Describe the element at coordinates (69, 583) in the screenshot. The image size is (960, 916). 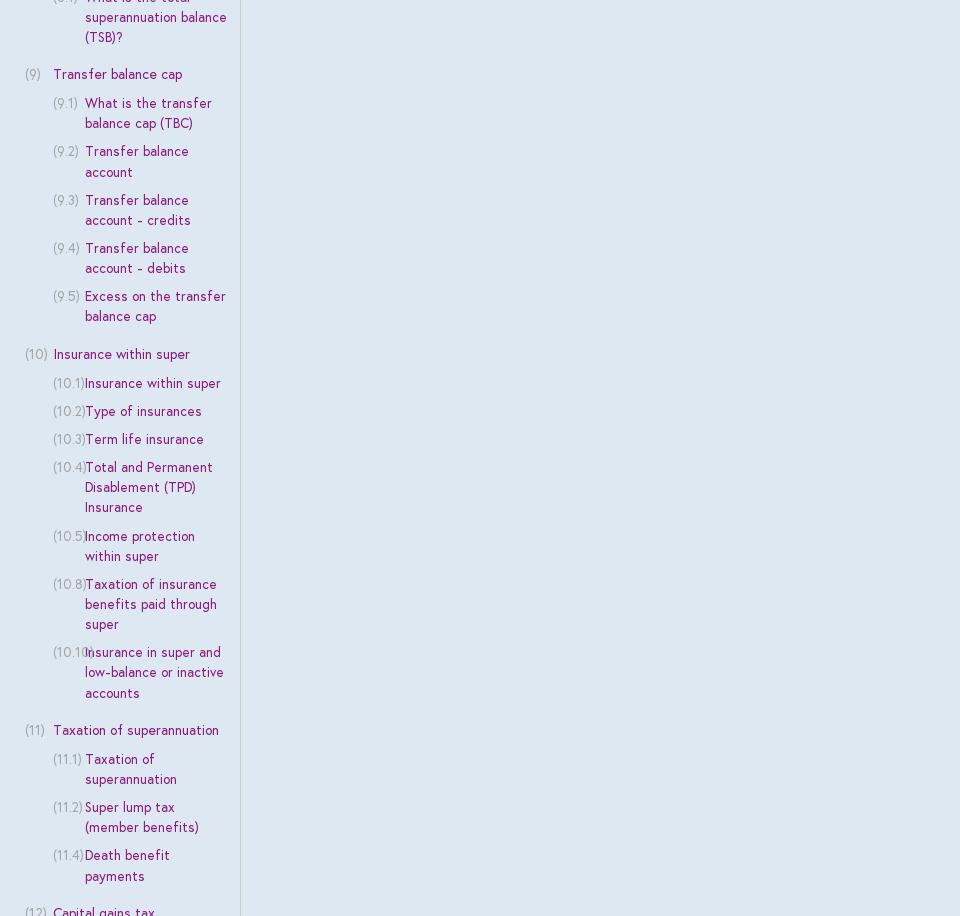
I see `'(10.8)'` at that location.